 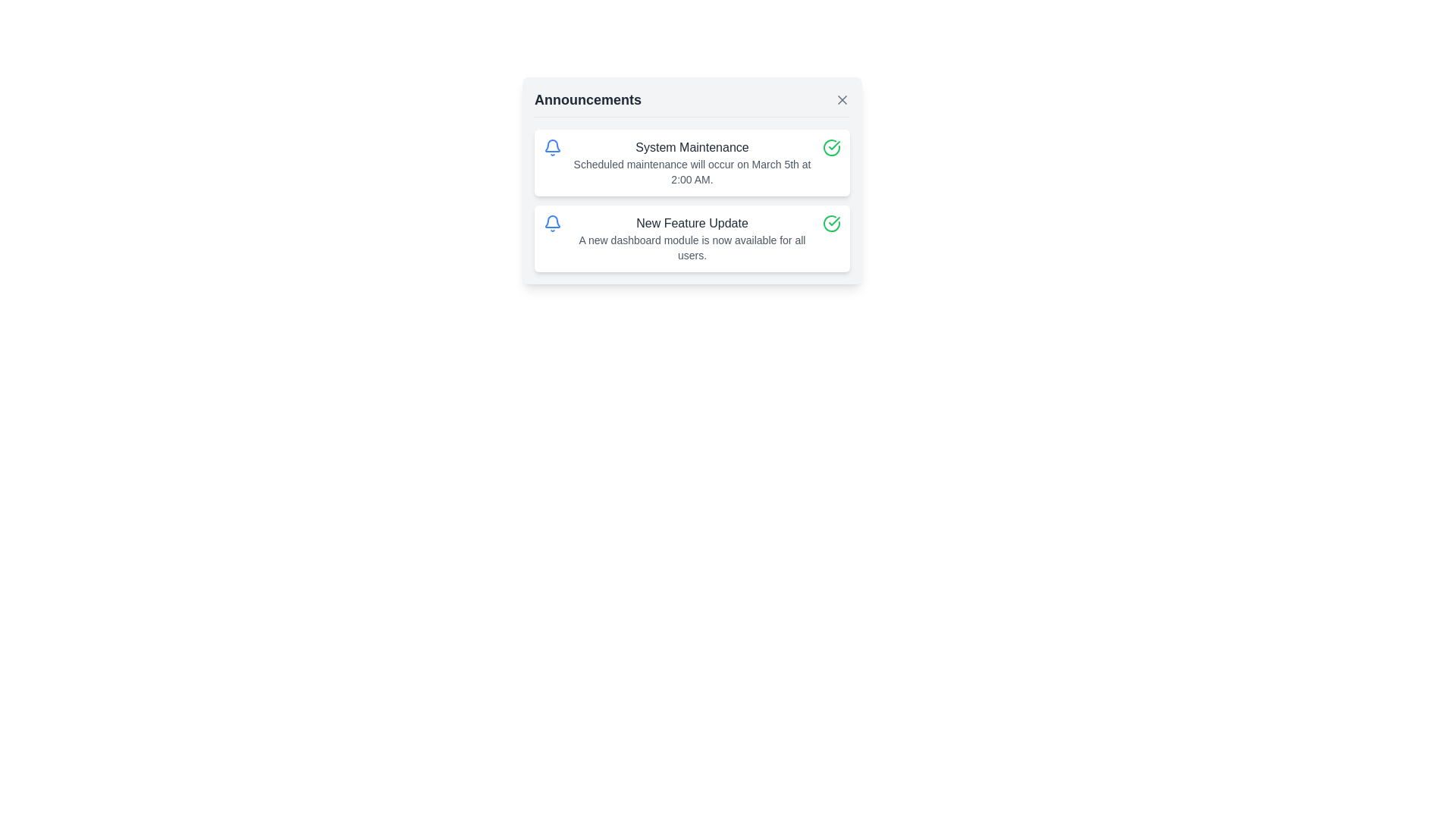 I want to click on the Text element located below the title in the 'System Maintenance' notification card, so click(x=691, y=171).